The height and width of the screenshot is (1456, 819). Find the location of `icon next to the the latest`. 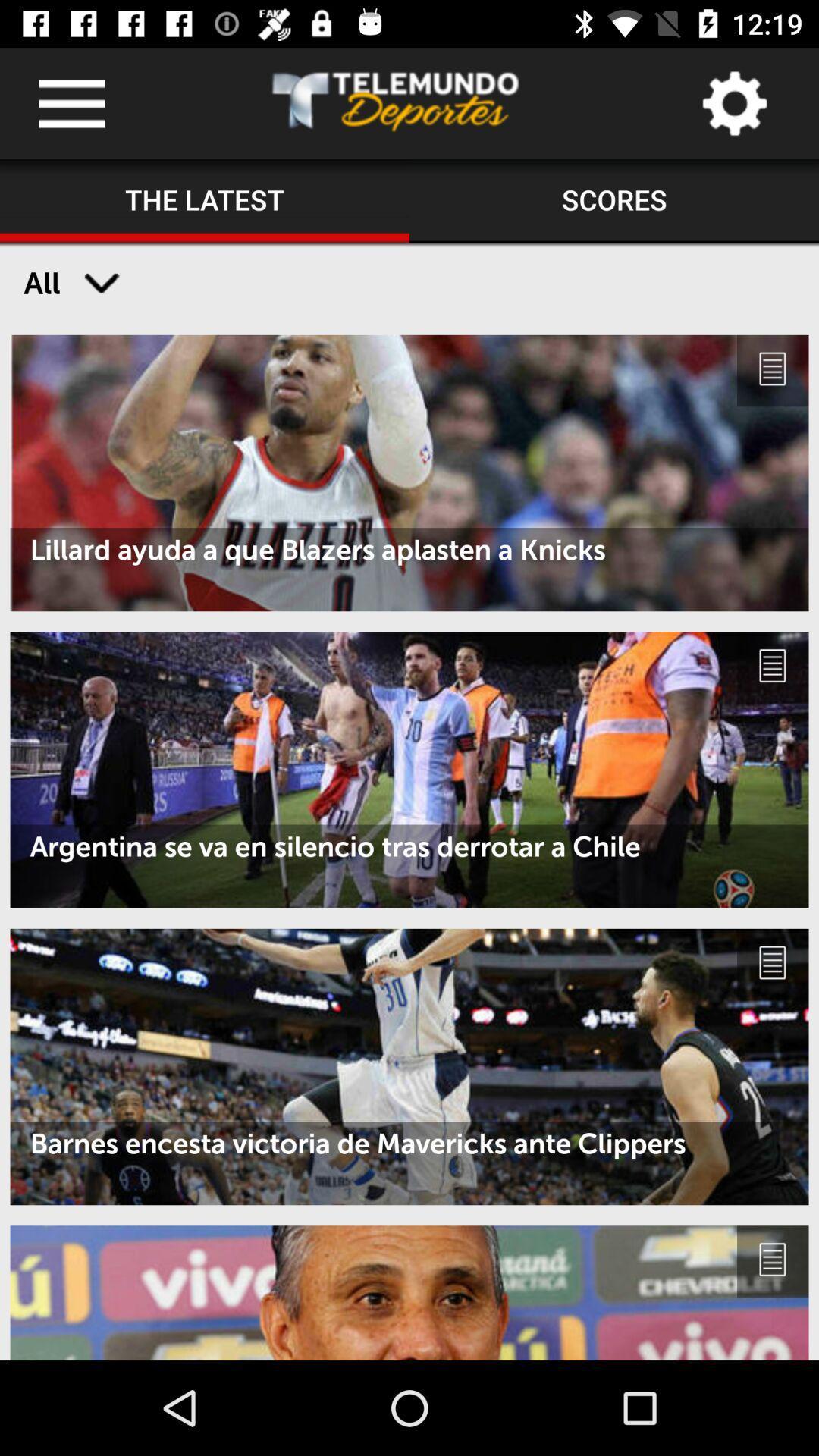

icon next to the the latest is located at coordinates (614, 200).